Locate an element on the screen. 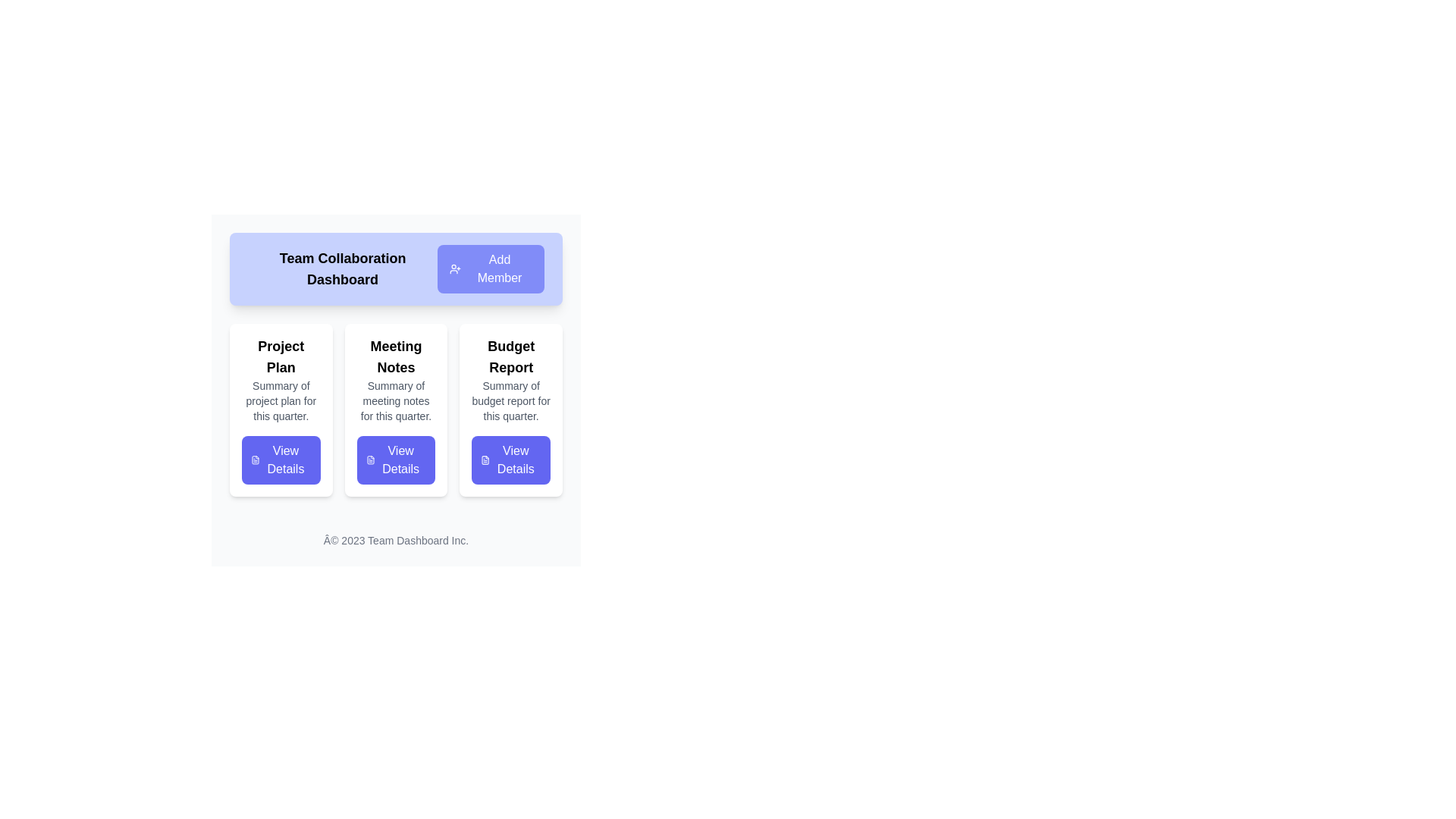  the text label displaying 'Project Plan', which is bold and prominently positioned above a description text block is located at coordinates (281, 356).